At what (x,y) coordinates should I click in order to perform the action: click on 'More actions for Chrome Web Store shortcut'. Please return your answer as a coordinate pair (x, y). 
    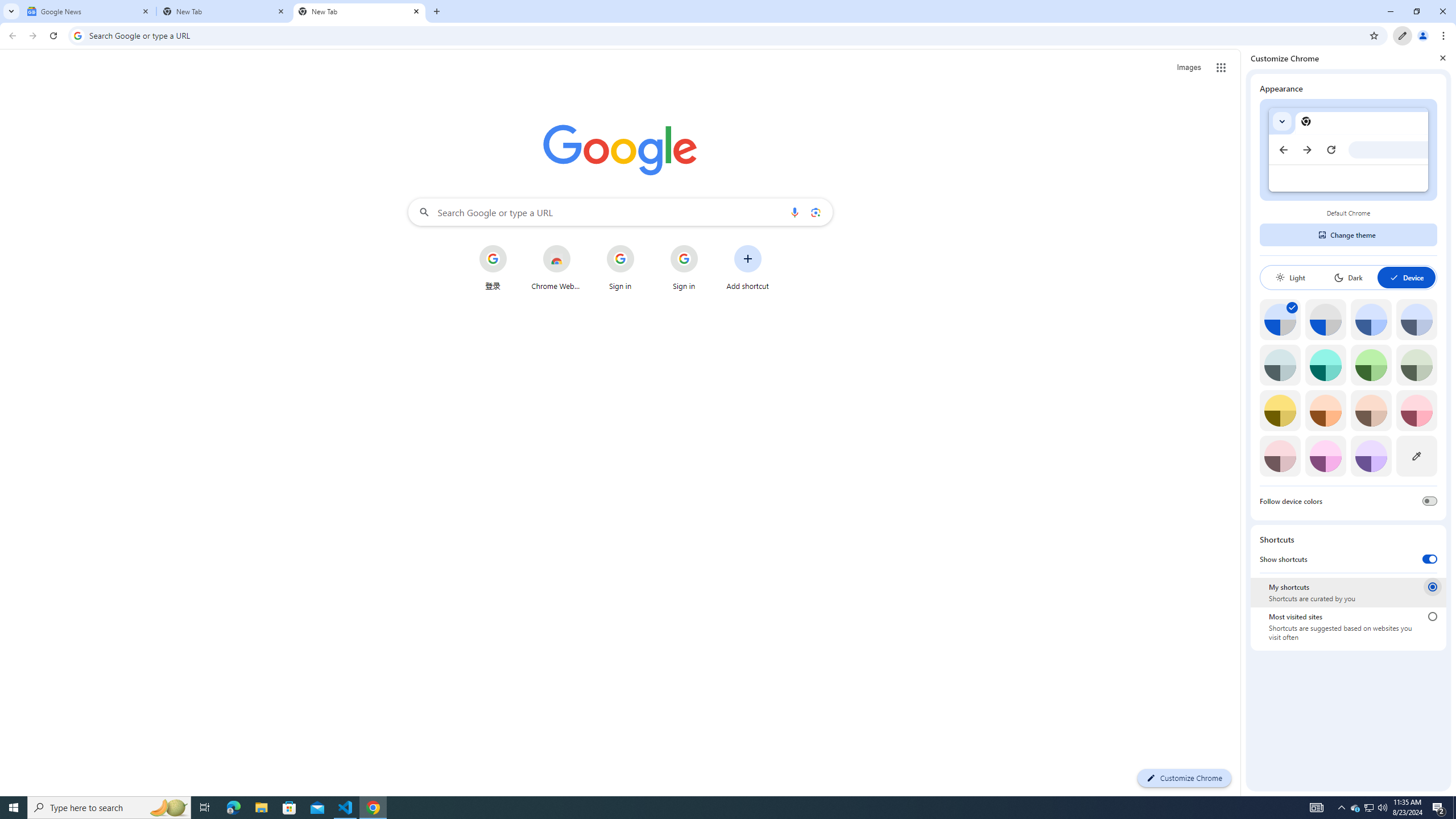
    Looking at the image, I should click on (579, 246).